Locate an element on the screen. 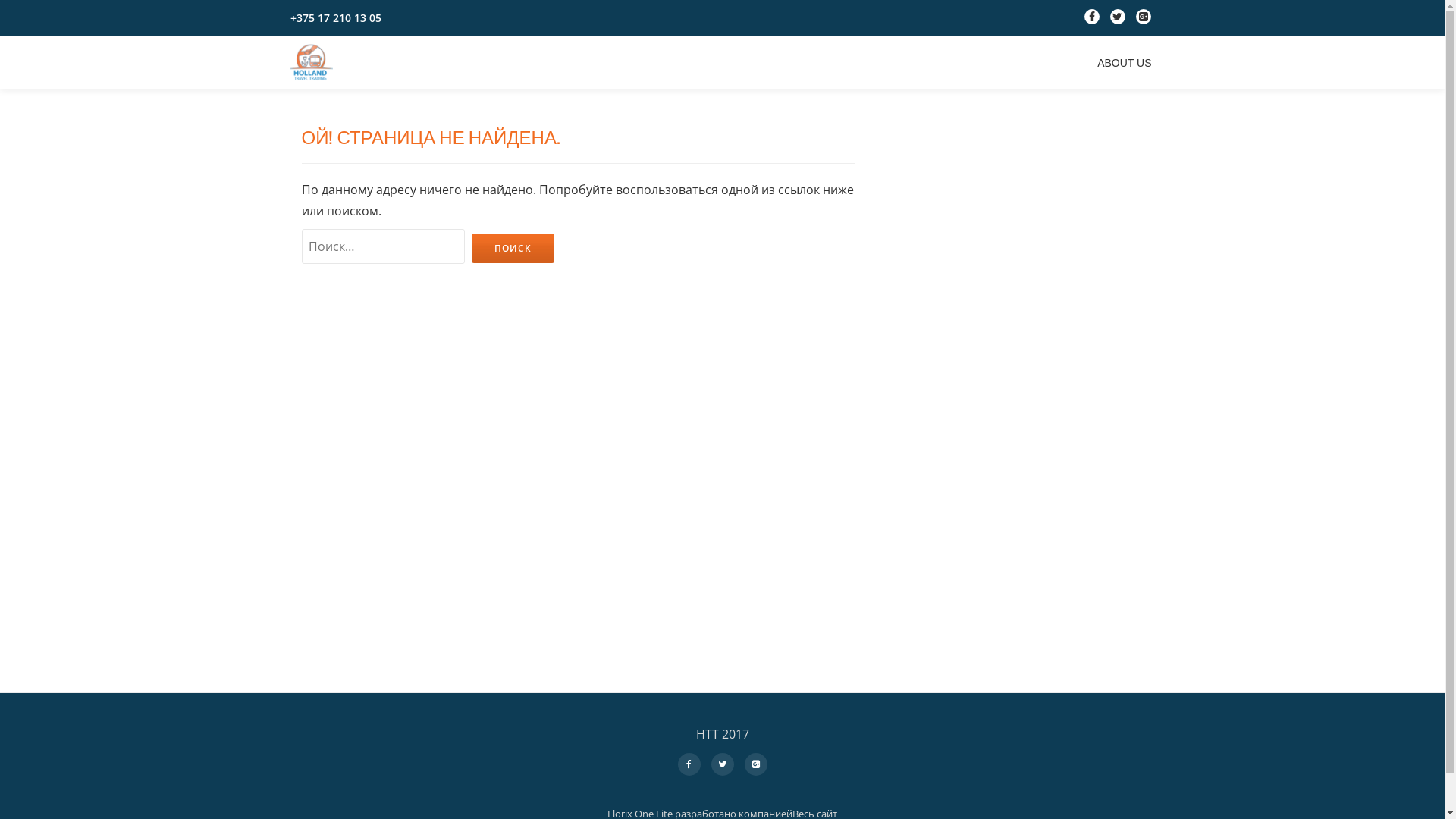 The image size is (1456, 819). 'ABOUT US' is located at coordinates (1124, 62).